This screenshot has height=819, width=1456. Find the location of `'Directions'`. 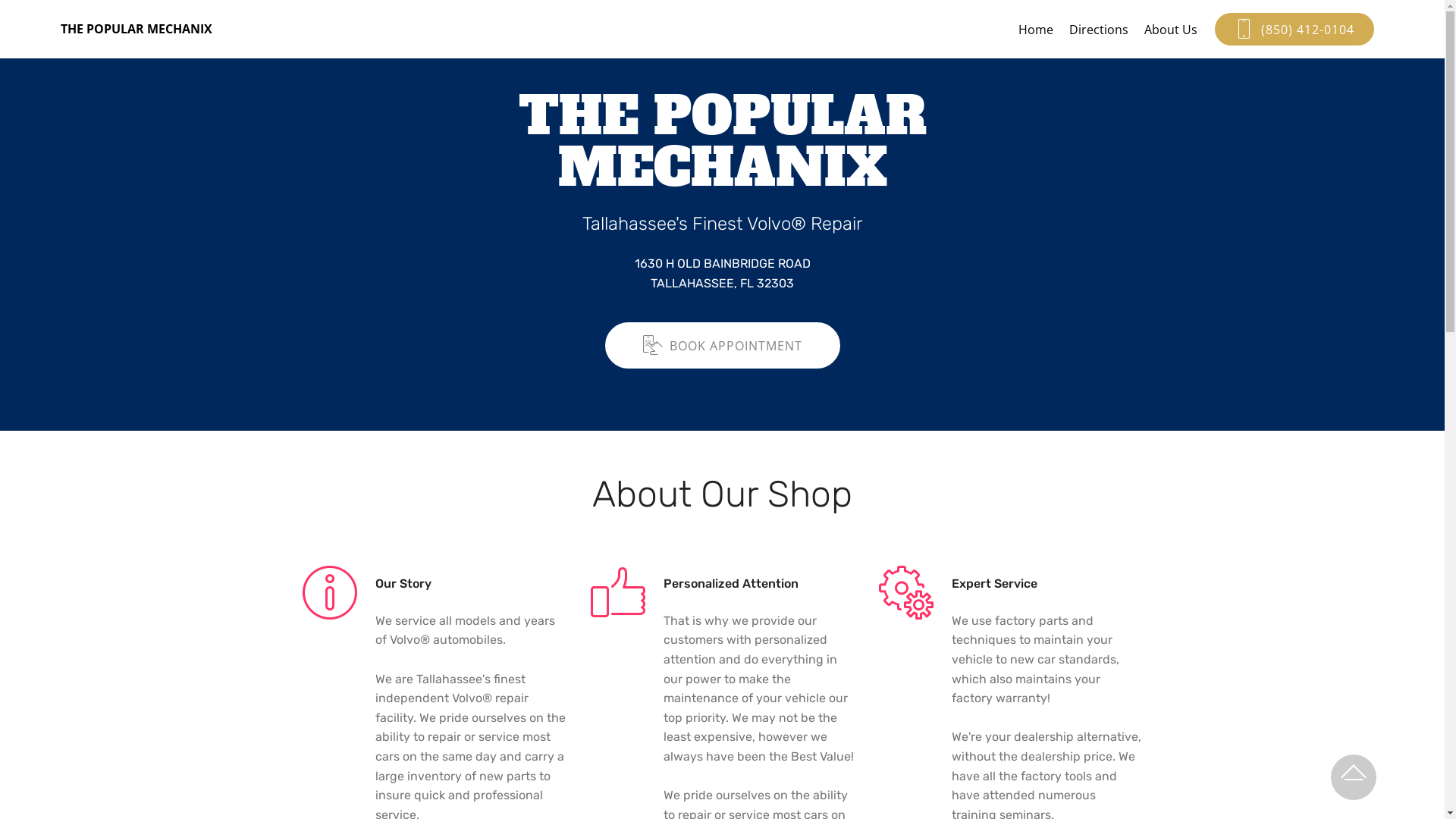

'Directions' is located at coordinates (1068, 29).